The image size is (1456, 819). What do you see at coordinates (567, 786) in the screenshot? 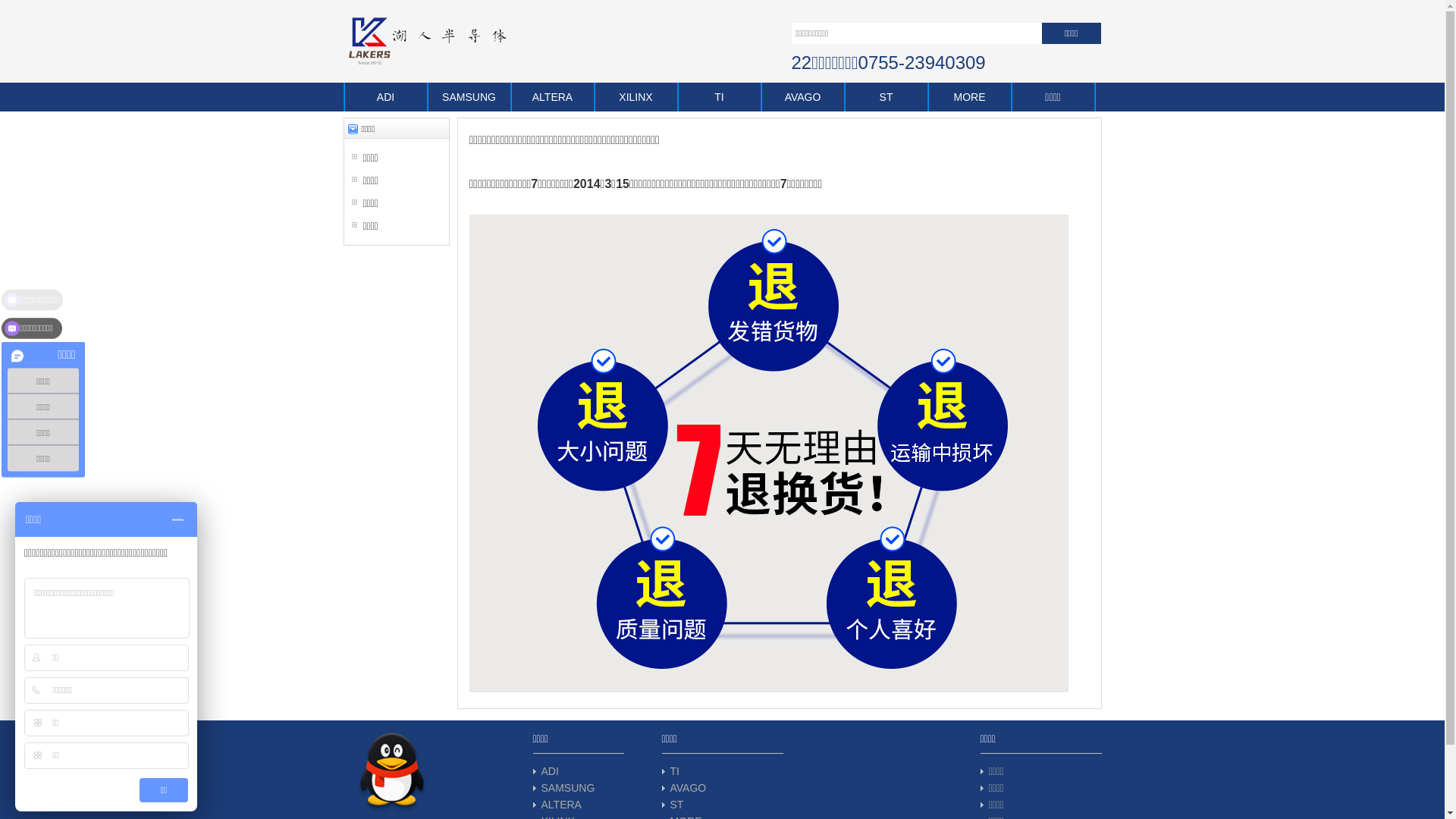
I see `'SAMSUNG'` at bounding box center [567, 786].